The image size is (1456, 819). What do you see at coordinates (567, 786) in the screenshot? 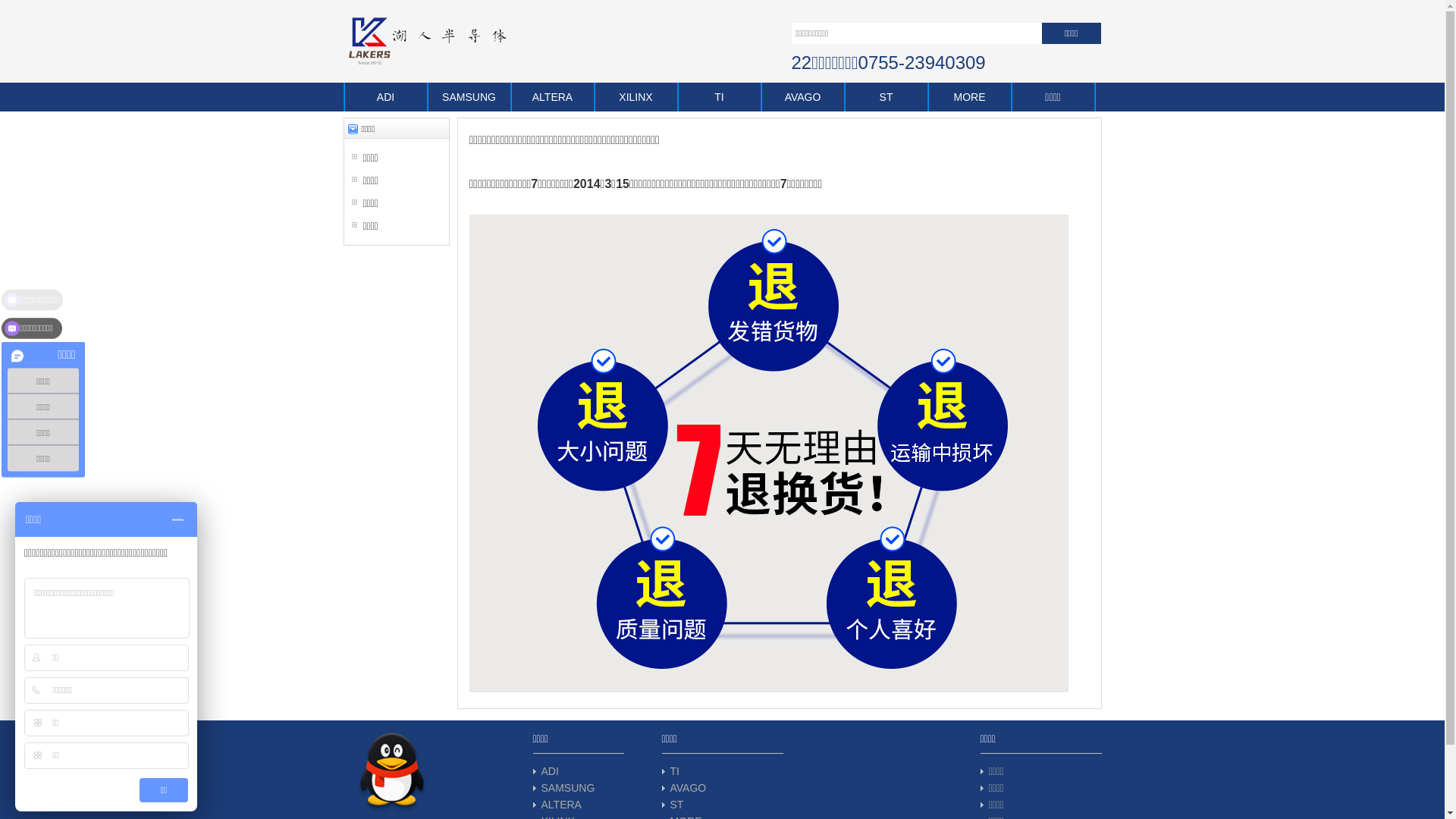
I see `'SAMSUNG'` at bounding box center [567, 786].